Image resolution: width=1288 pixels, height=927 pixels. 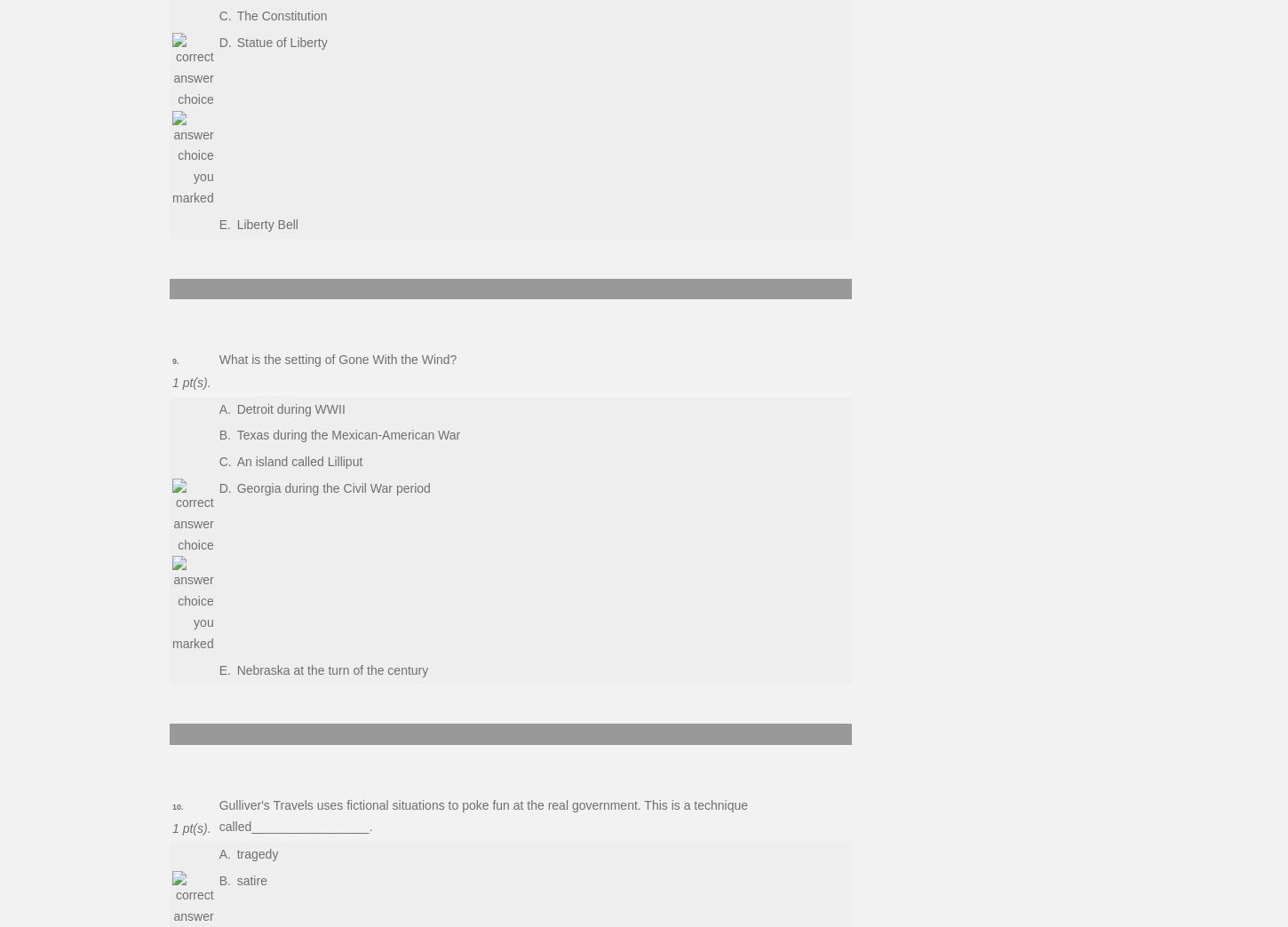 What do you see at coordinates (174, 360) in the screenshot?
I see `'9.'` at bounding box center [174, 360].